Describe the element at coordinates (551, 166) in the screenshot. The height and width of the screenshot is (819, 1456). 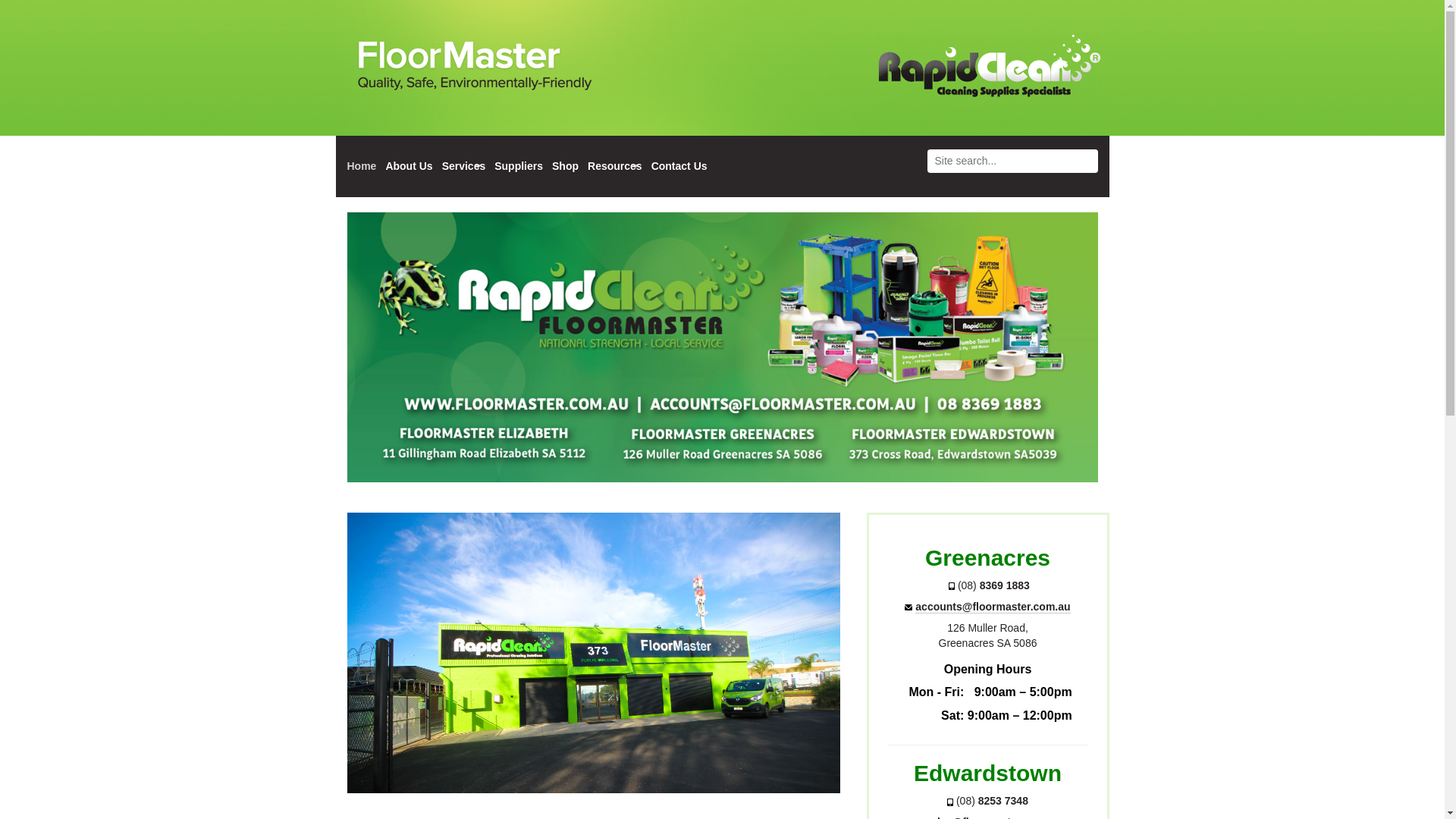
I see `'Shop'` at that location.